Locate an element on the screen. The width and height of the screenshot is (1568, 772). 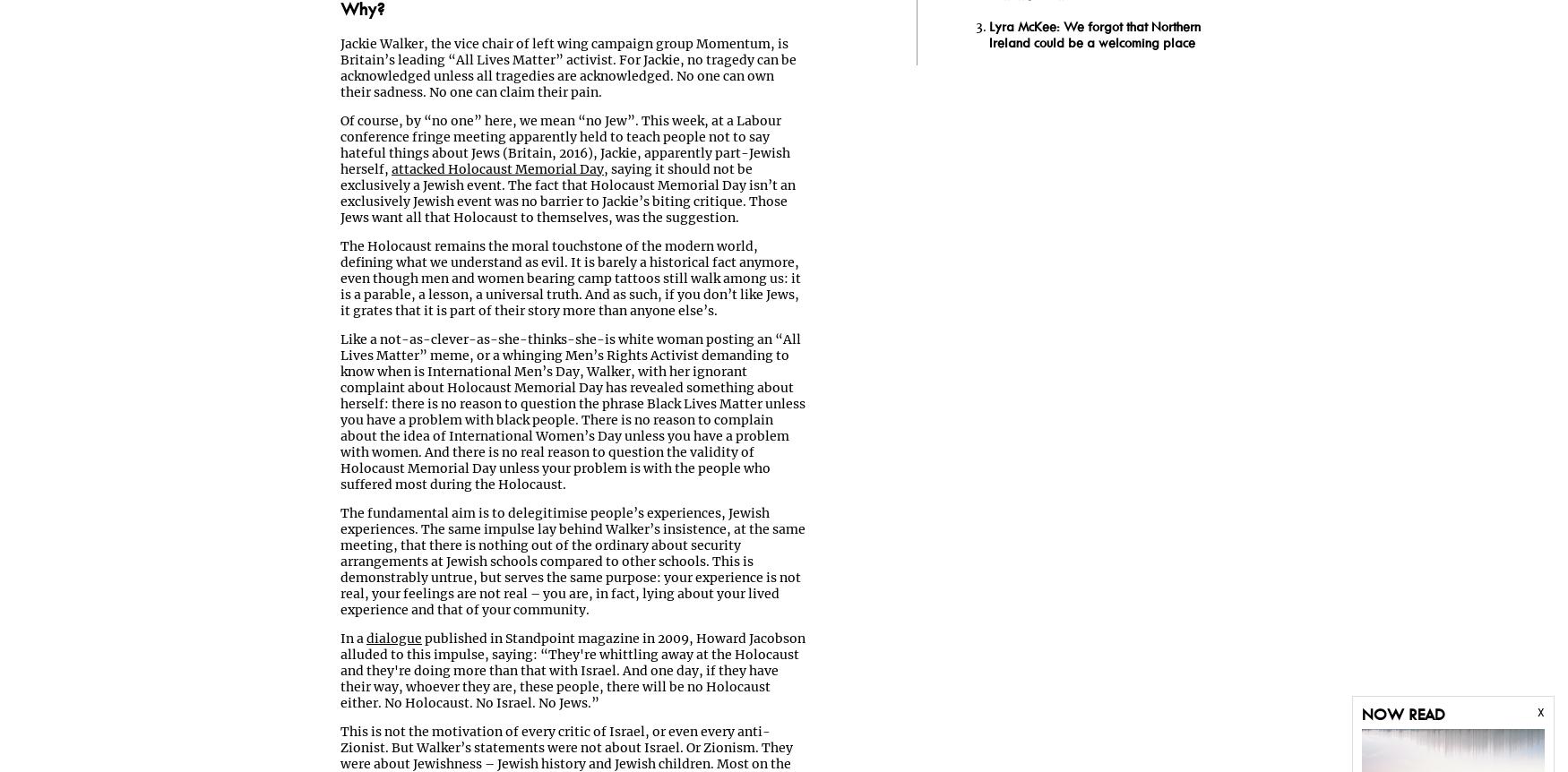
', saying it should not be exclusively a Jewish event. The fact that Holocaust Memorial Day isn’t an exclusively Jewish event was no barrier to Jackie’s biting critique. Those Jews want all that Holocaust to themselves, was the suggestion.' is located at coordinates (567, 193).